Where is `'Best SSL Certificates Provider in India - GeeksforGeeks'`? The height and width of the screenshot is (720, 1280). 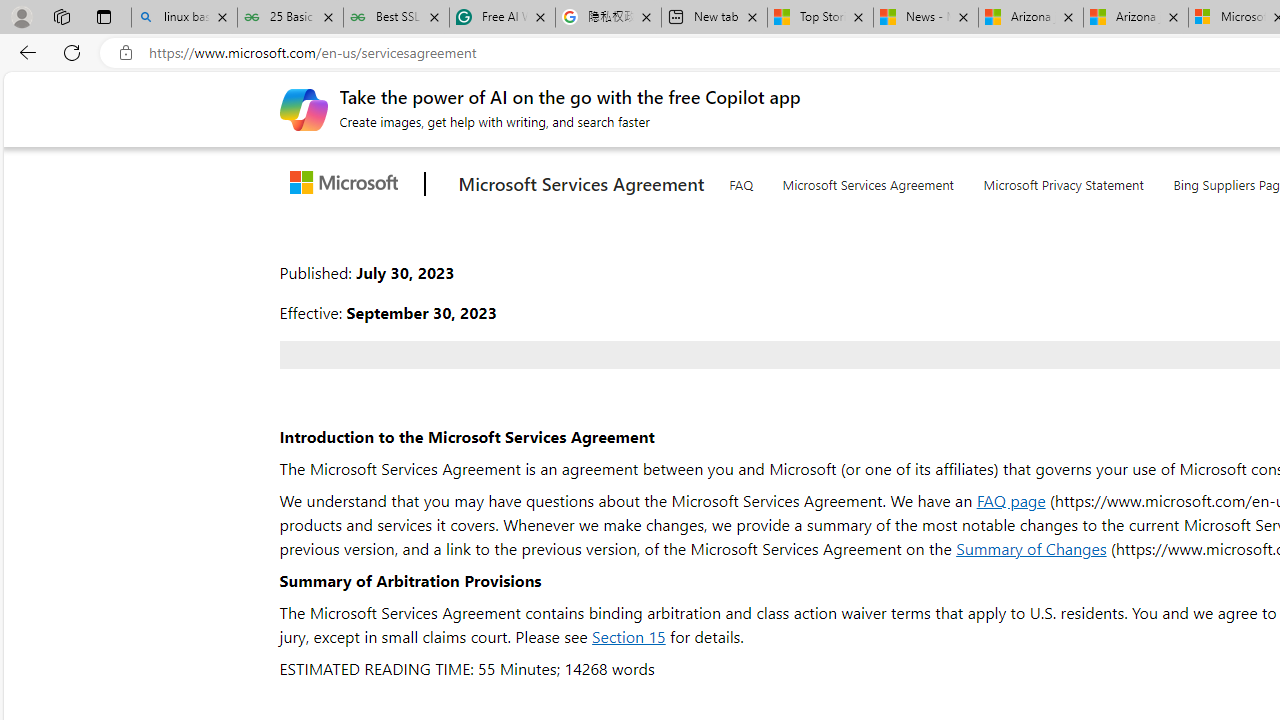
'Best SSL Certificates Provider in India - GeeksforGeeks' is located at coordinates (396, 17).